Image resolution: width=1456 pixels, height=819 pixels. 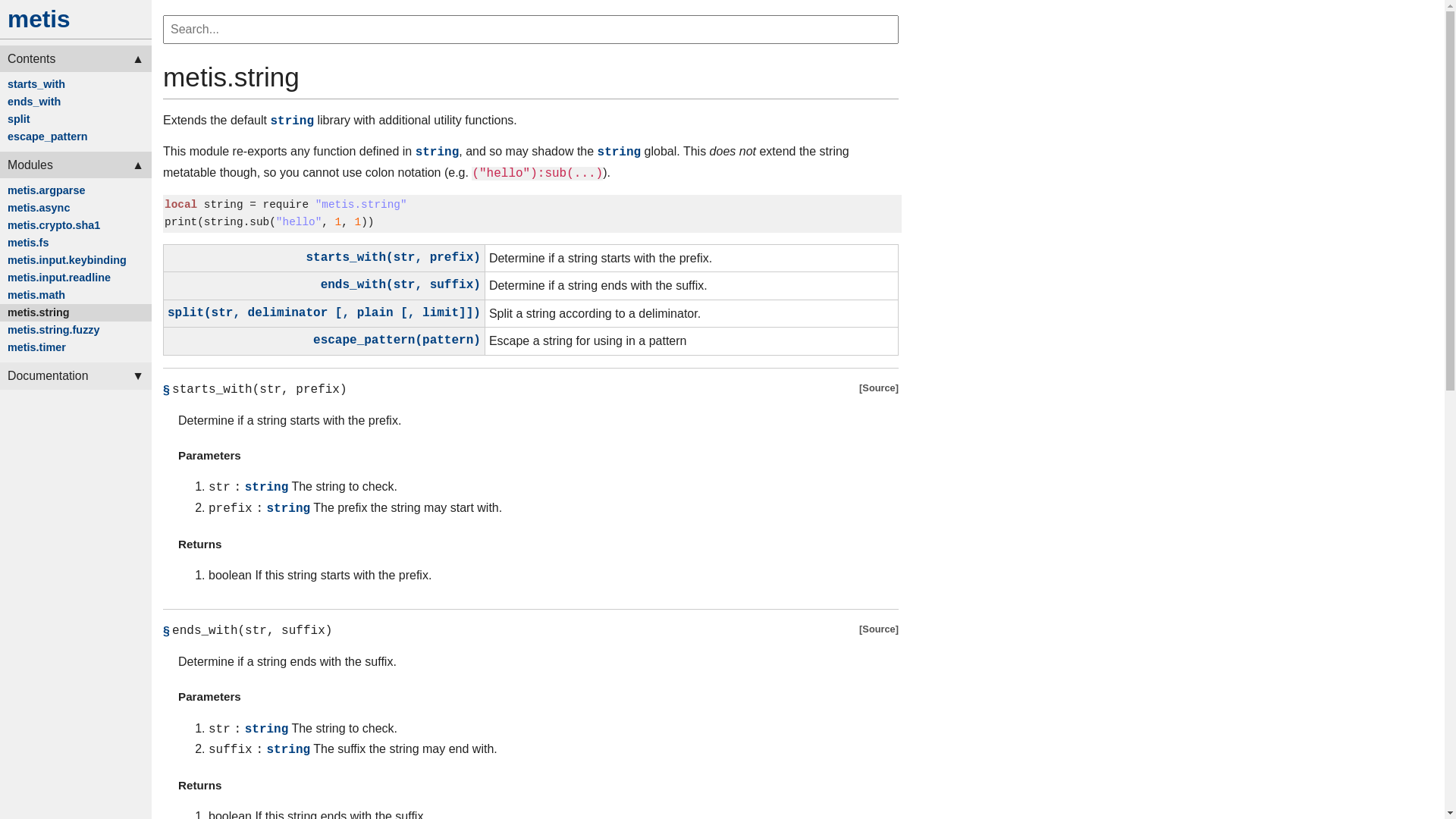 I want to click on 'string', so click(x=415, y=152).